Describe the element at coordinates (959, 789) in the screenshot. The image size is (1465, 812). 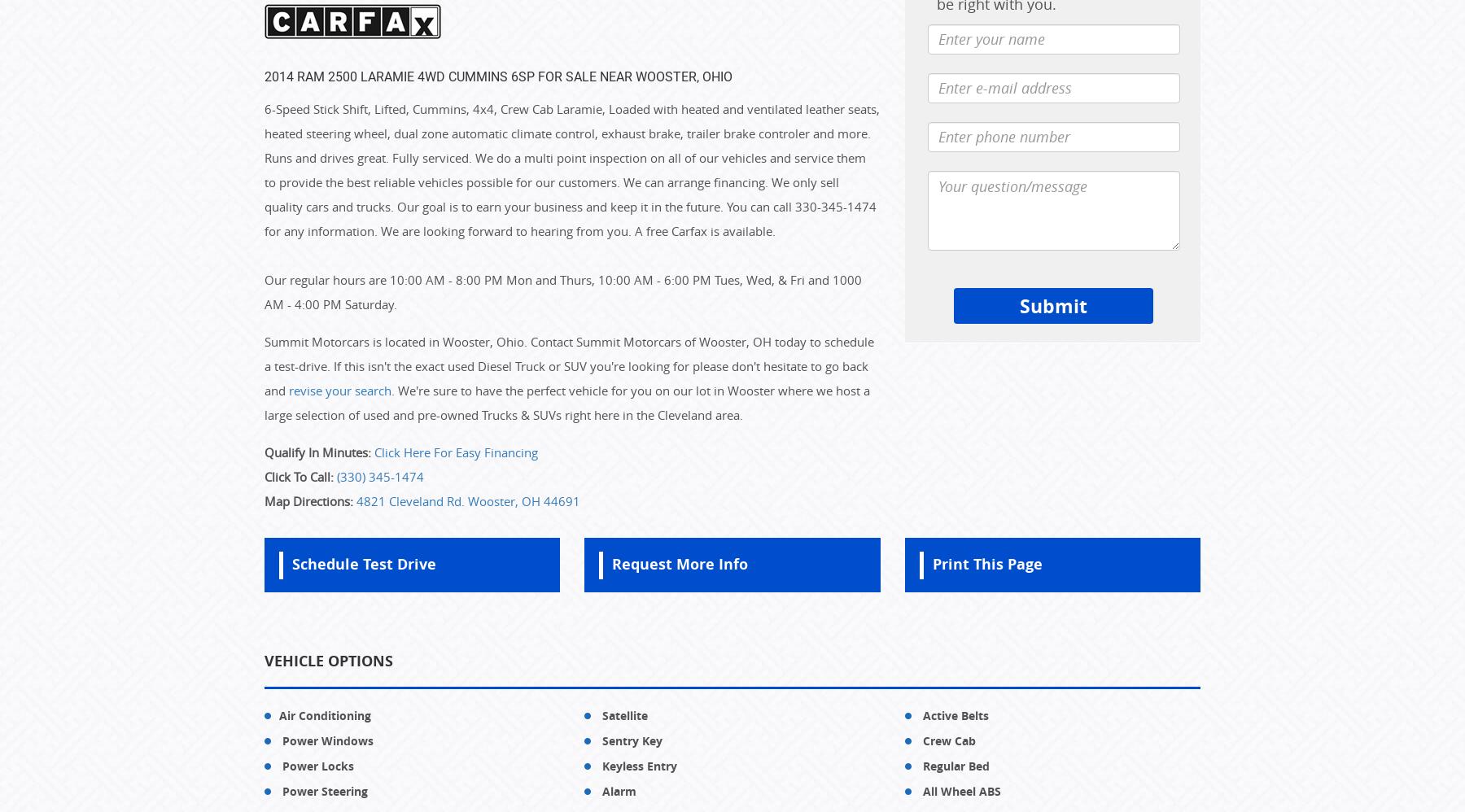
I see `'All Wheel ABS'` at that location.